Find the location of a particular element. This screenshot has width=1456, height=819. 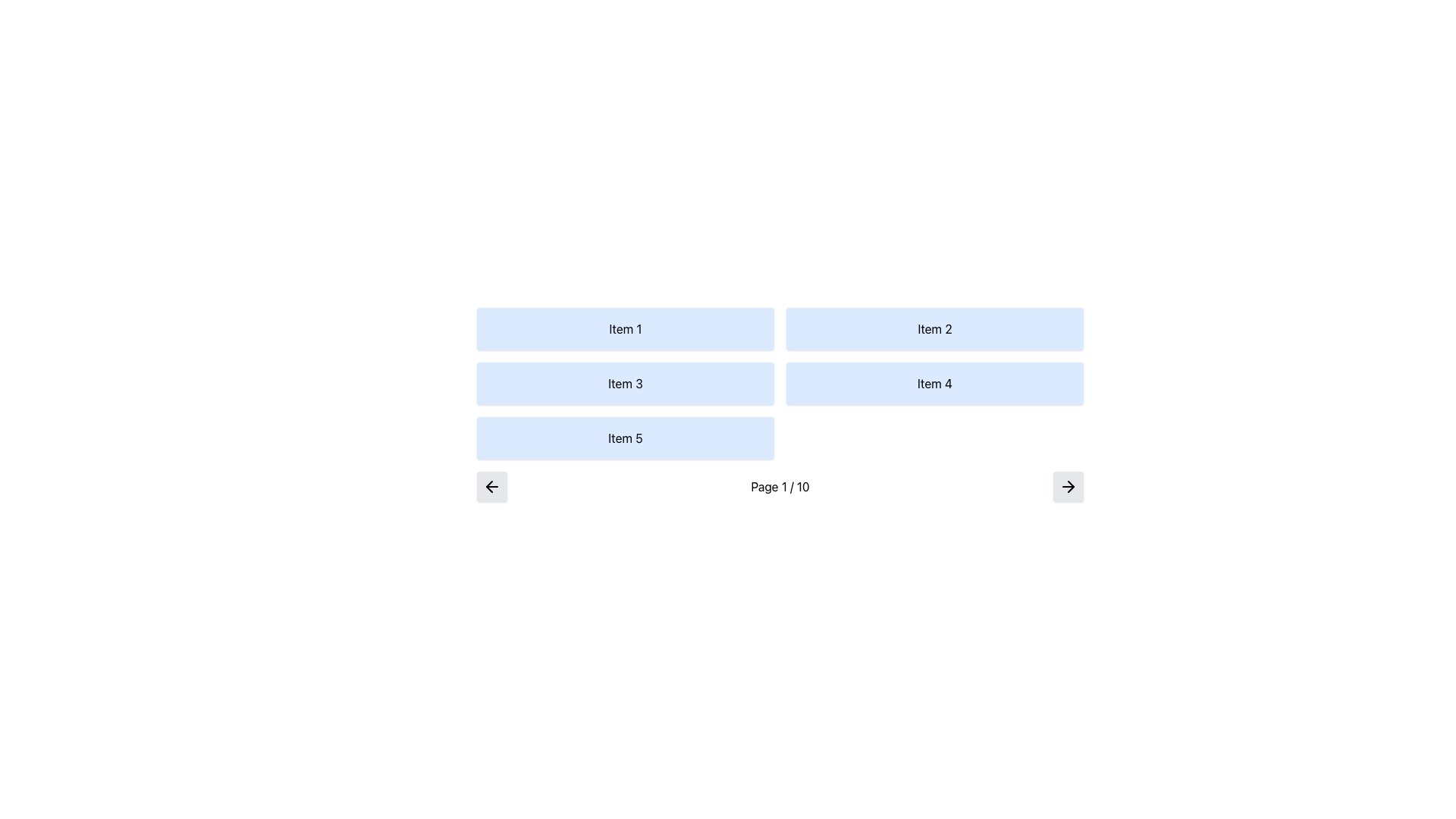

the text box styled as a card displaying 'Item 3', located in the second row, first column of a grid layout is located at coordinates (626, 382).